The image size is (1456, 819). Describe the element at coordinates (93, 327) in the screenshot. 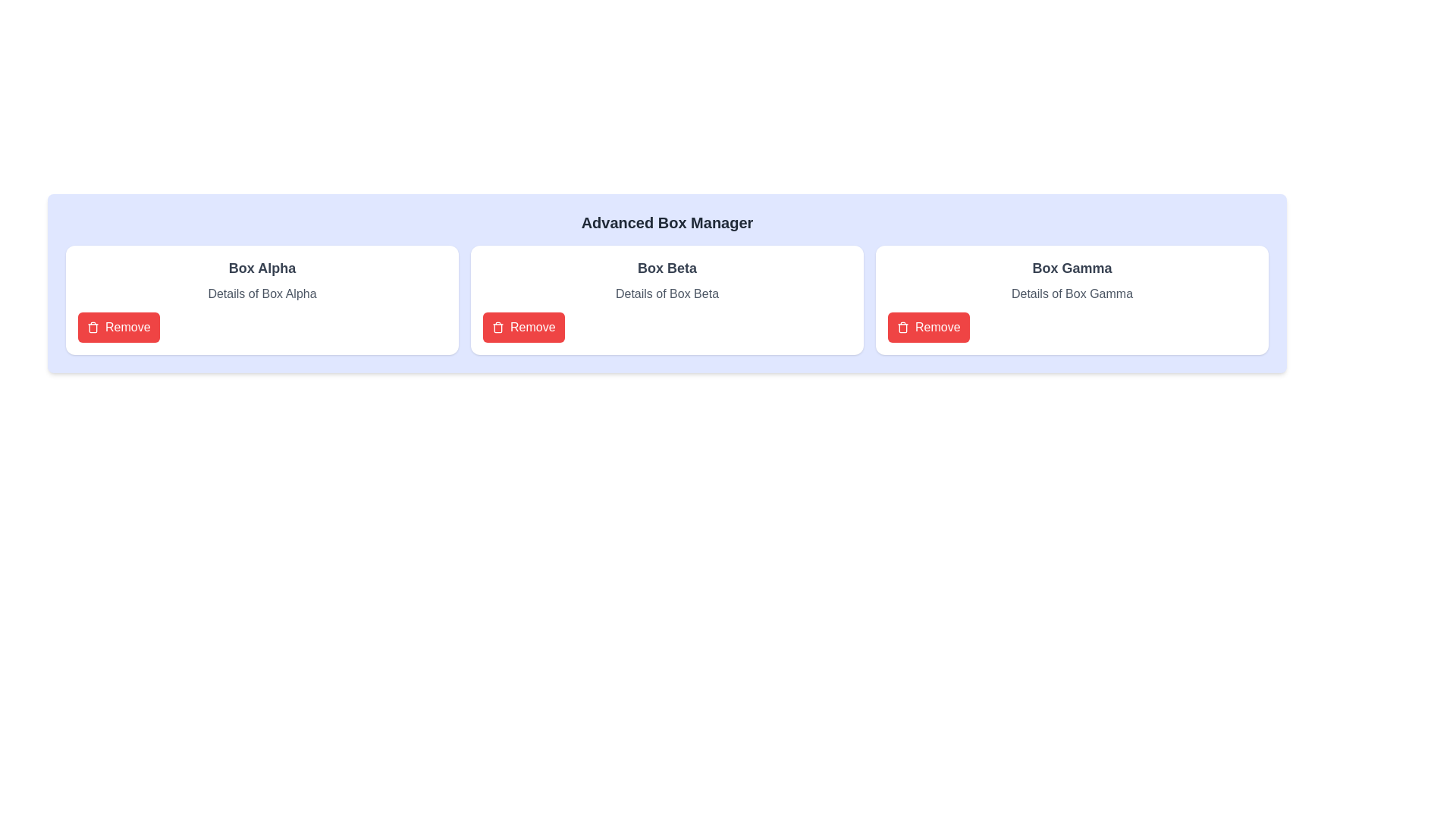

I see `the small trash bin icon located inside the red 'Remove' button at the bottom-left corner of the 'Box Alpha' frame` at that location.